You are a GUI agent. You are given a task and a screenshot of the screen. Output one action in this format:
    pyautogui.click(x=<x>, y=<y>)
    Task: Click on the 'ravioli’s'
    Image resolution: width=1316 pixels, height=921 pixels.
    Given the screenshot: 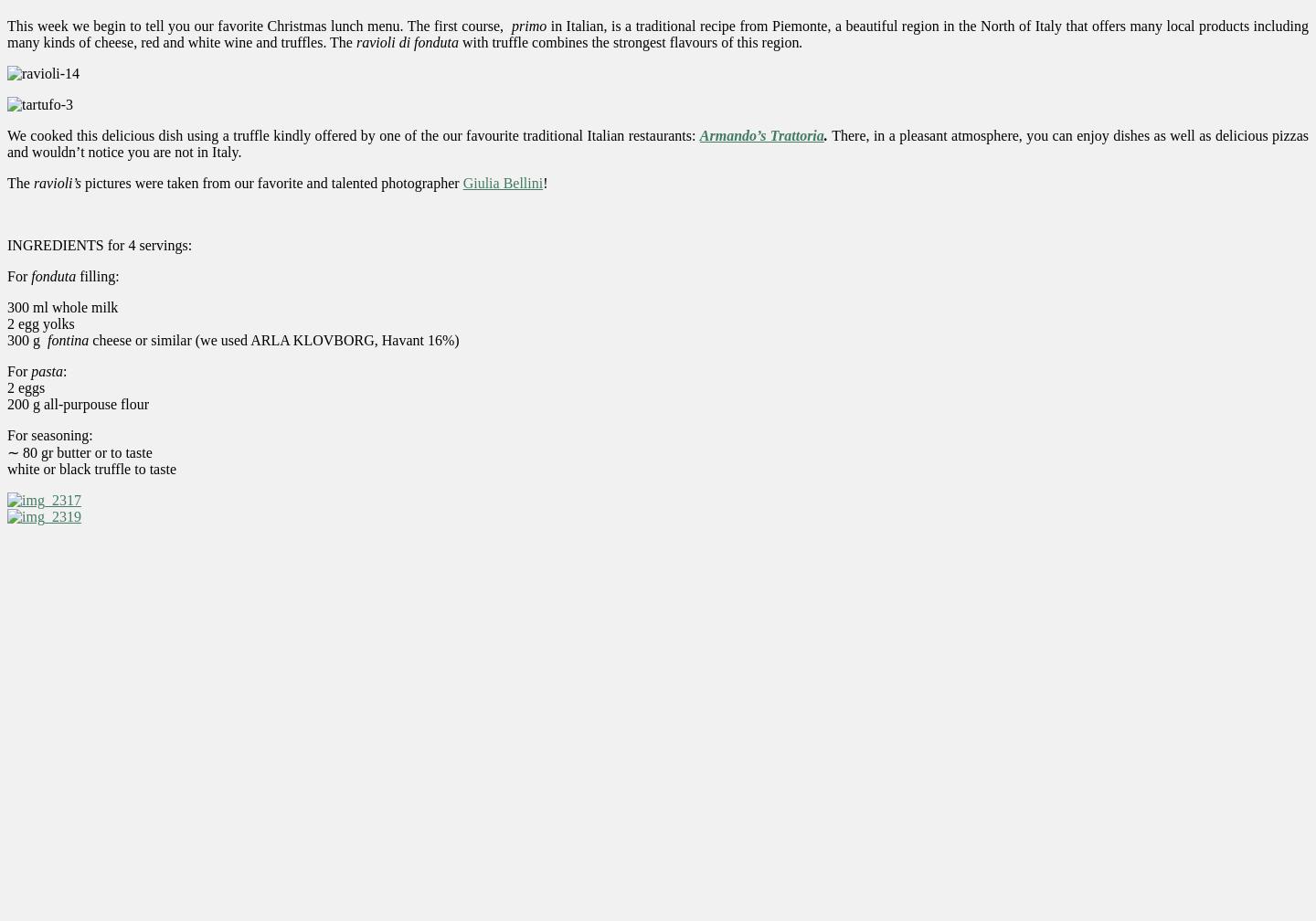 What is the action you would take?
    pyautogui.click(x=32, y=182)
    